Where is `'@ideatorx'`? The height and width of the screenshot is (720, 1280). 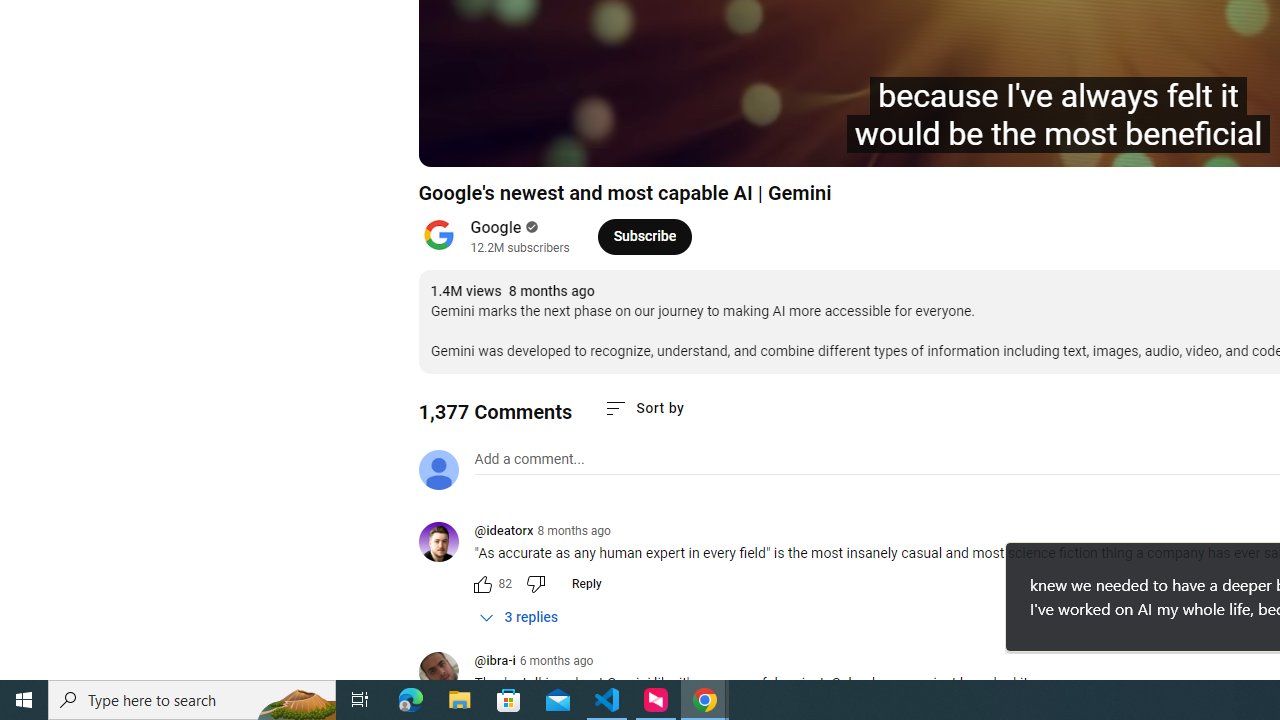 '@ideatorx' is located at coordinates (445, 543).